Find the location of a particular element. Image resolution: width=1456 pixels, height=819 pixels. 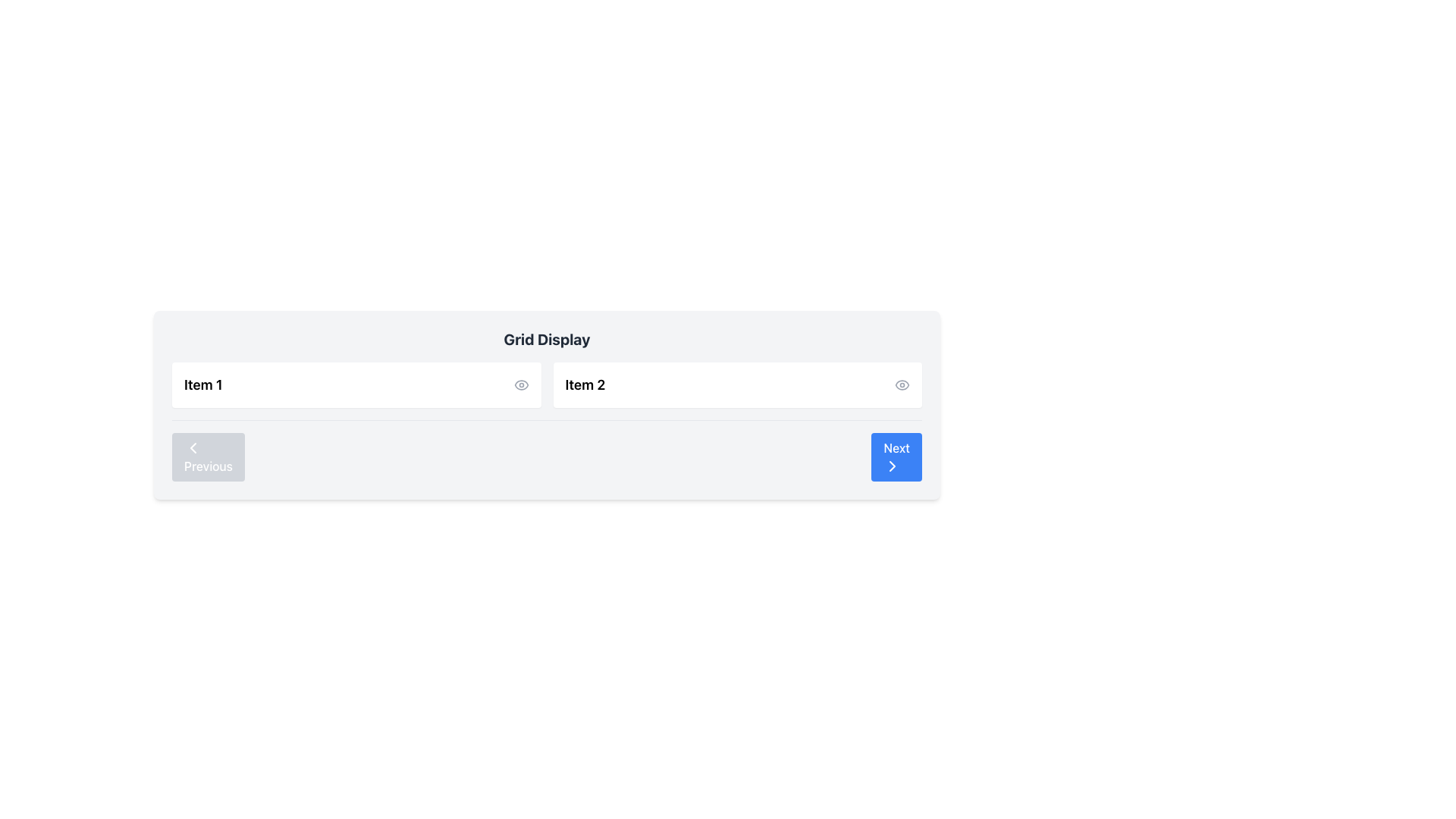

the icon button located to the far-right of the 'Item 2' text to change its color is located at coordinates (902, 384).